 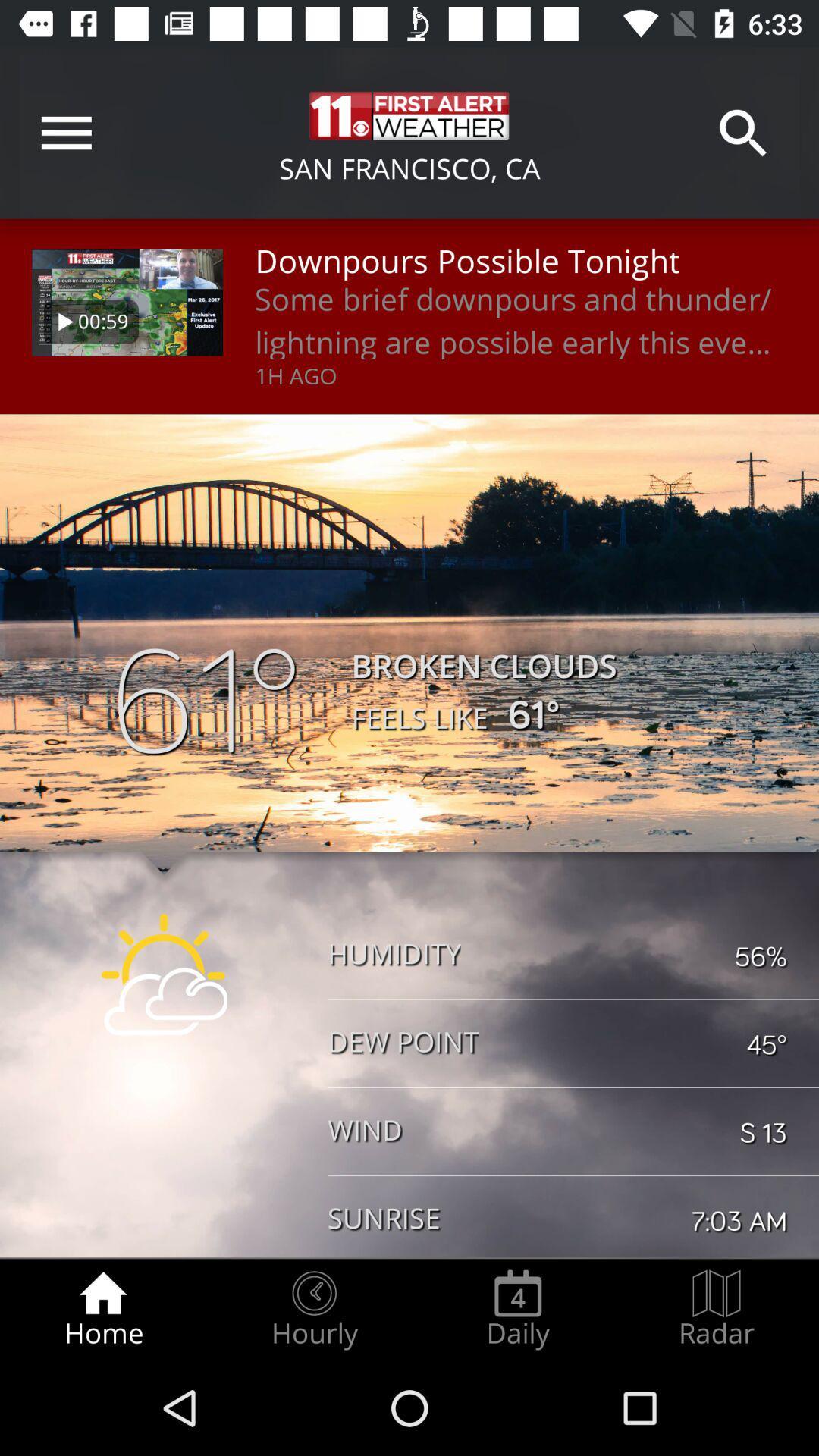 What do you see at coordinates (313, 1309) in the screenshot?
I see `the hourly item` at bounding box center [313, 1309].